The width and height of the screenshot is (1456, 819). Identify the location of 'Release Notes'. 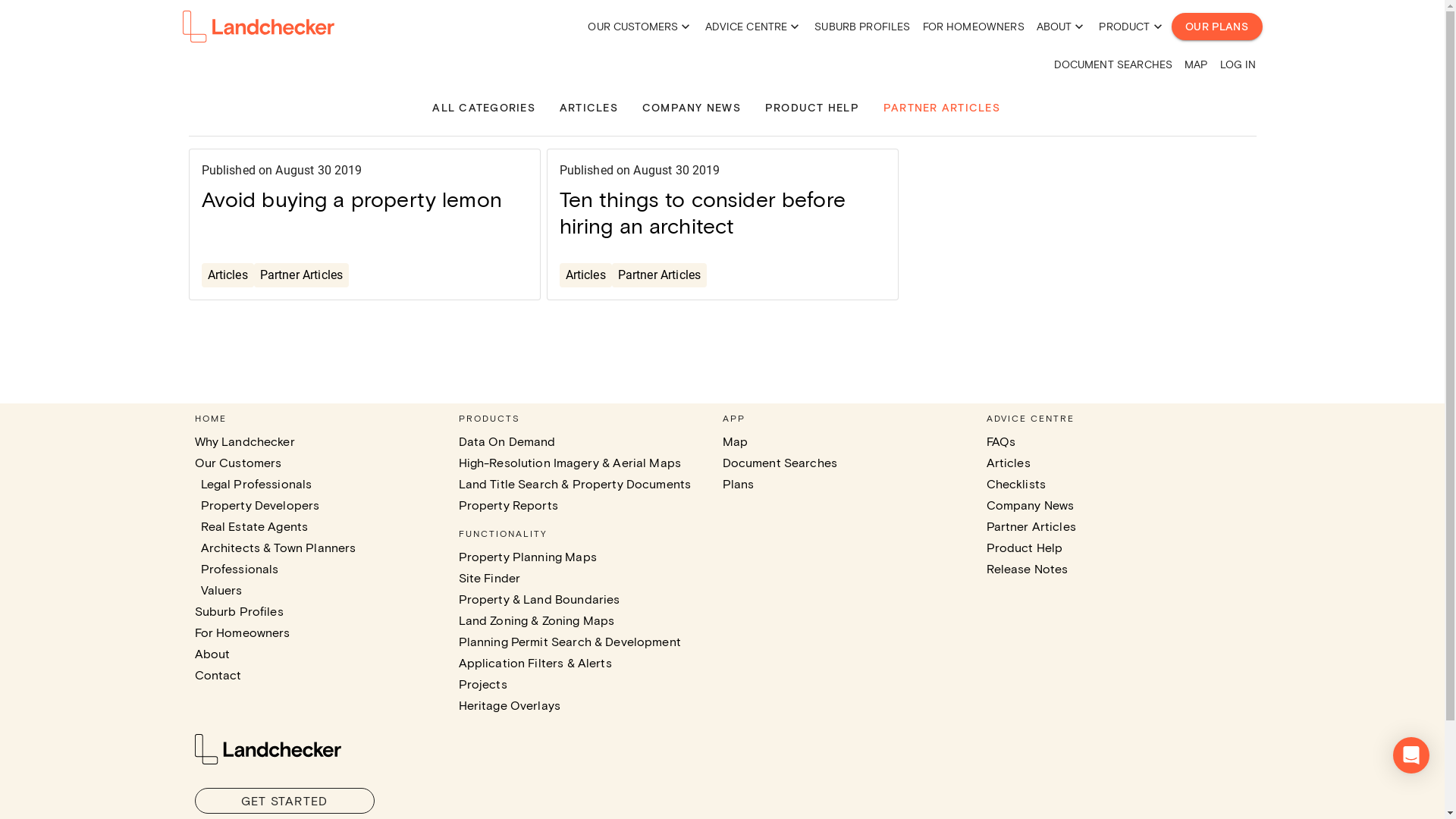
(1026, 569).